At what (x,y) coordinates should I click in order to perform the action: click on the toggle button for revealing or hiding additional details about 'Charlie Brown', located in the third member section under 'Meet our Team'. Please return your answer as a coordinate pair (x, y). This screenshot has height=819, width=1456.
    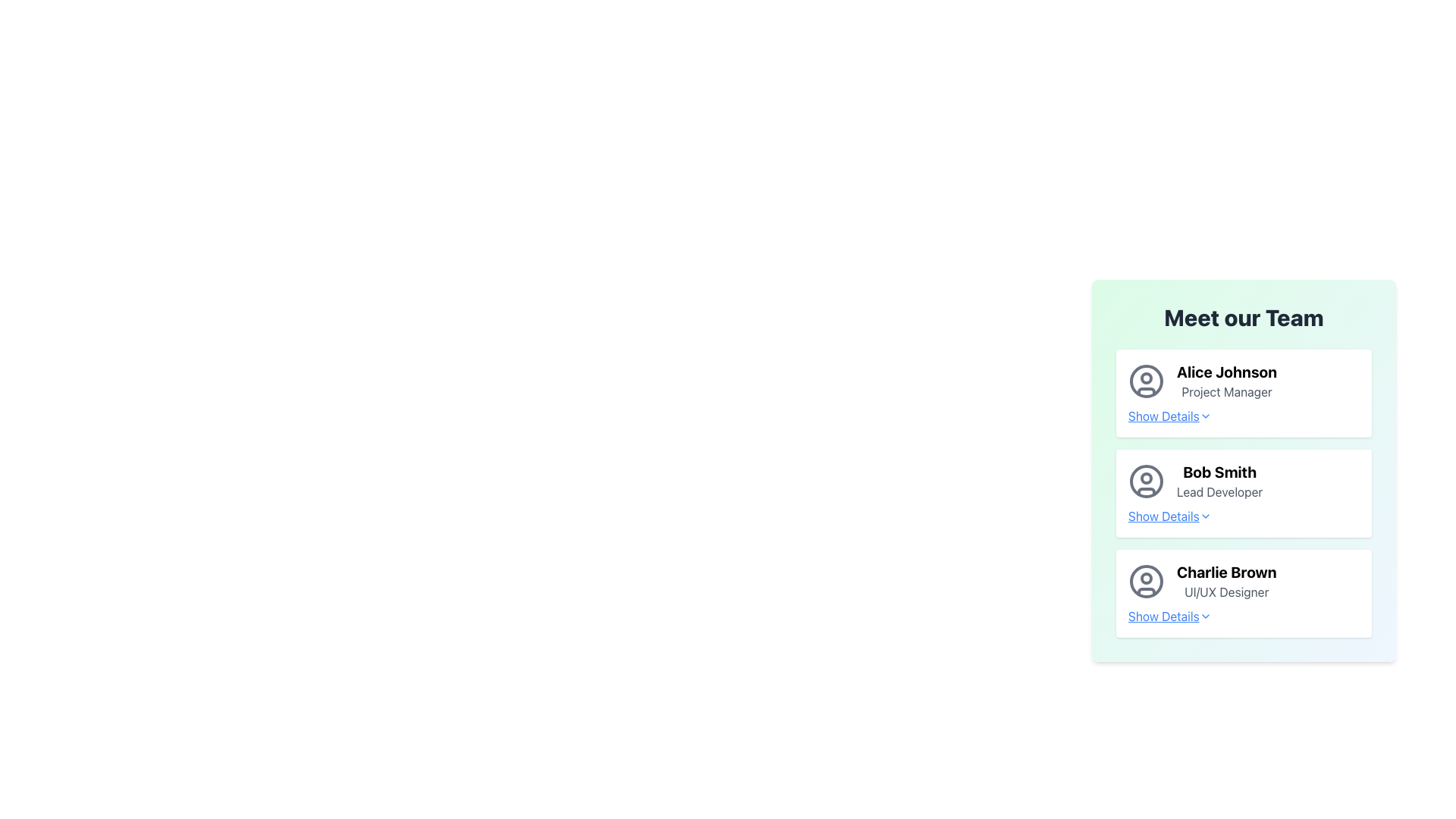
    Looking at the image, I should click on (1169, 617).